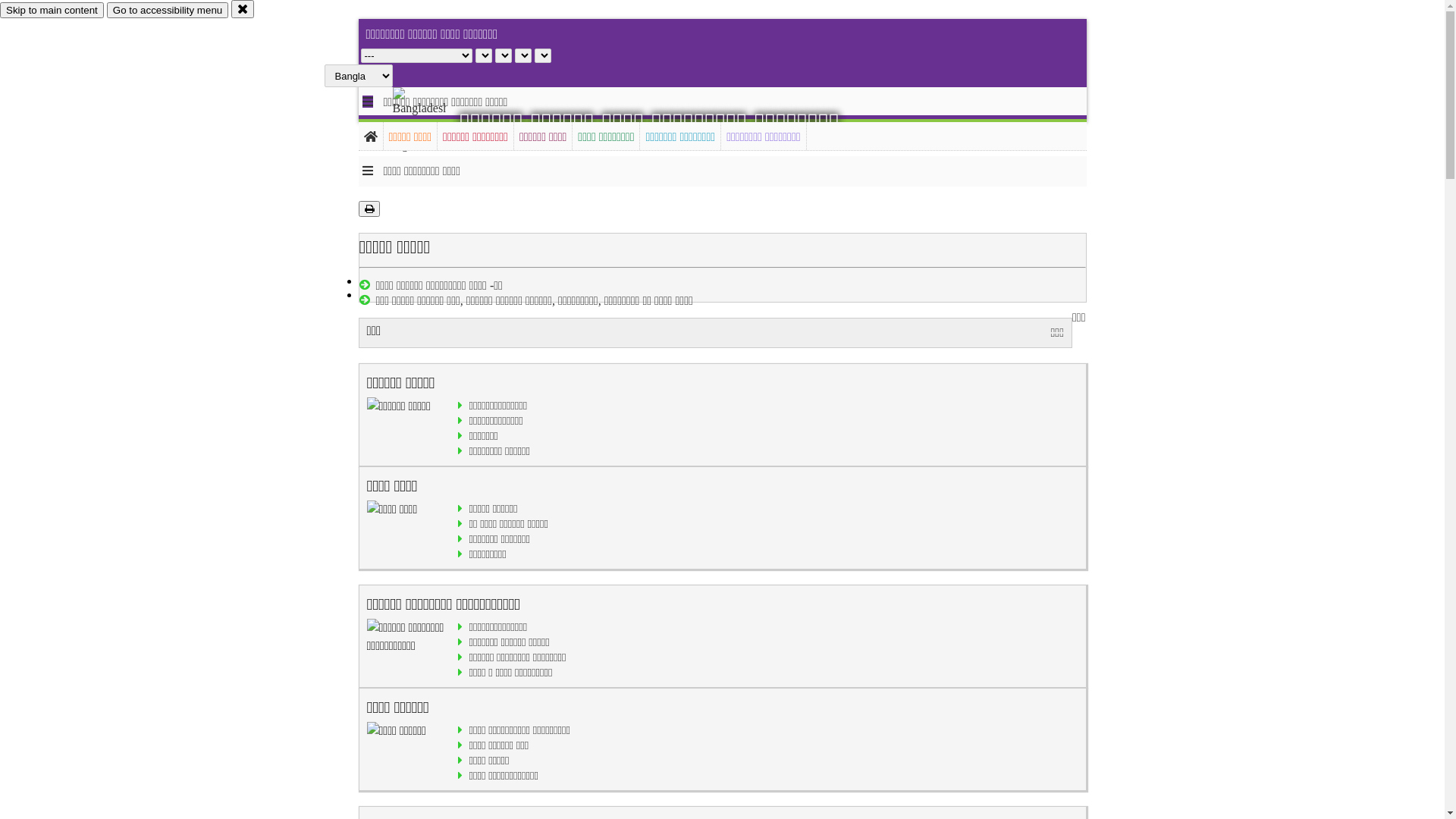 The image size is (1456, 819). Describe the element at coordinates (167, 10) in the screenshot. I see `'Go to accessibility menu'` at that location.